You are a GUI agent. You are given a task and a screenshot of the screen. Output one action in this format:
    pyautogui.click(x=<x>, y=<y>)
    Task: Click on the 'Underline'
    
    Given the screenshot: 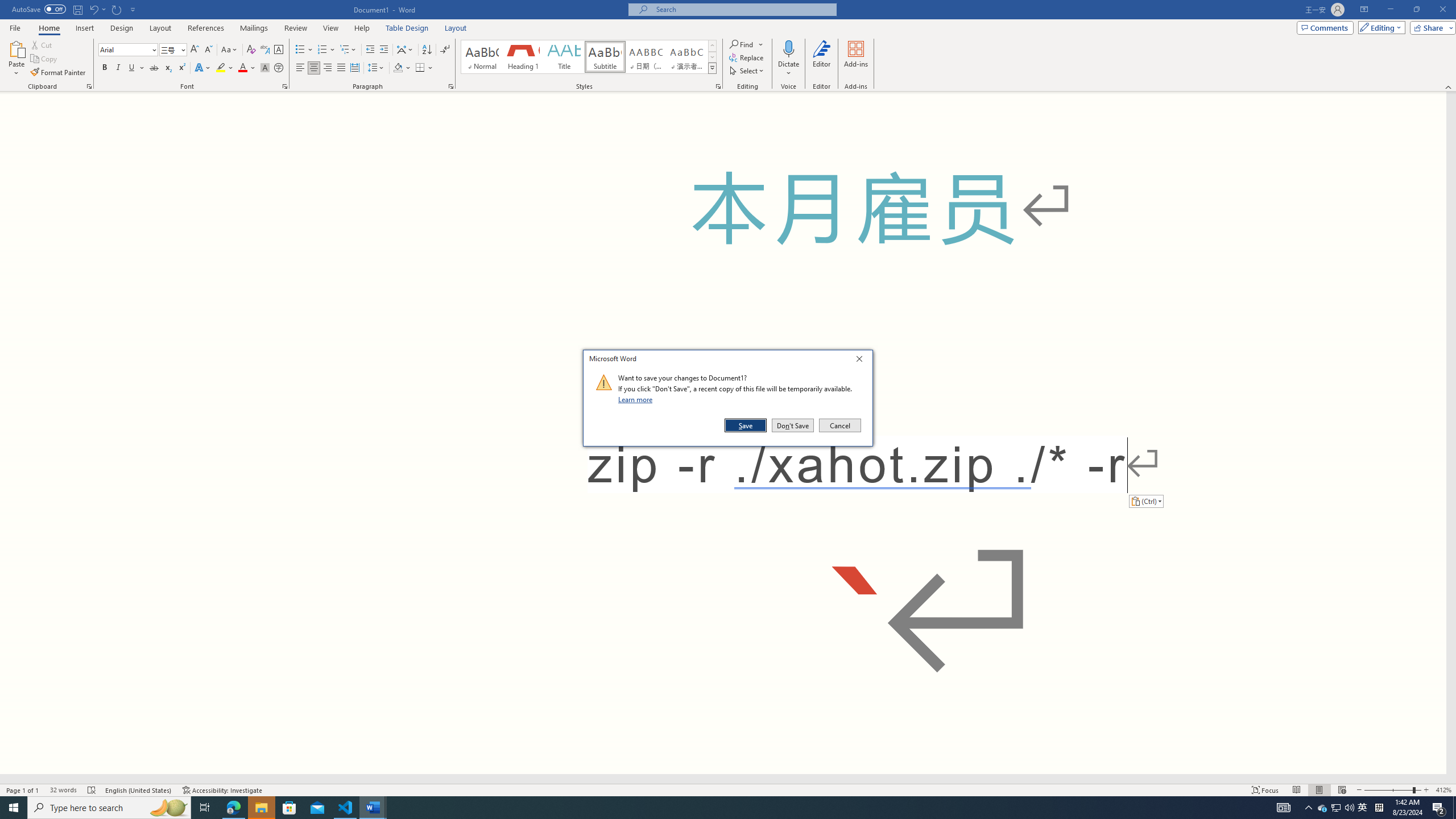 What is the action you would take?
    pyautogui.click(x=131, y=67)
    